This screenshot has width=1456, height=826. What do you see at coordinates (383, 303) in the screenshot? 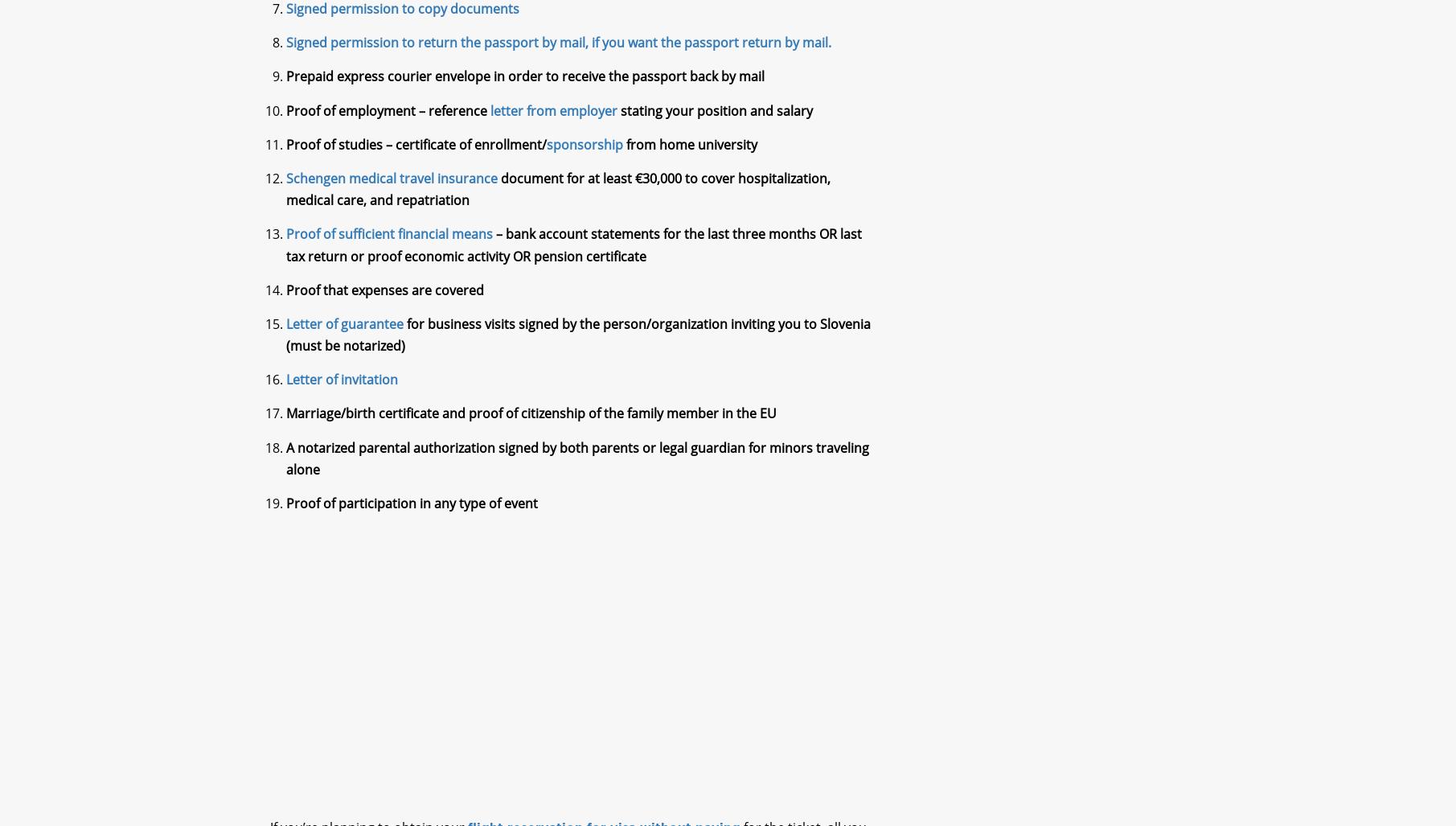
I see `'Proof that expenses are covered'` at bounding box center [383, 303].